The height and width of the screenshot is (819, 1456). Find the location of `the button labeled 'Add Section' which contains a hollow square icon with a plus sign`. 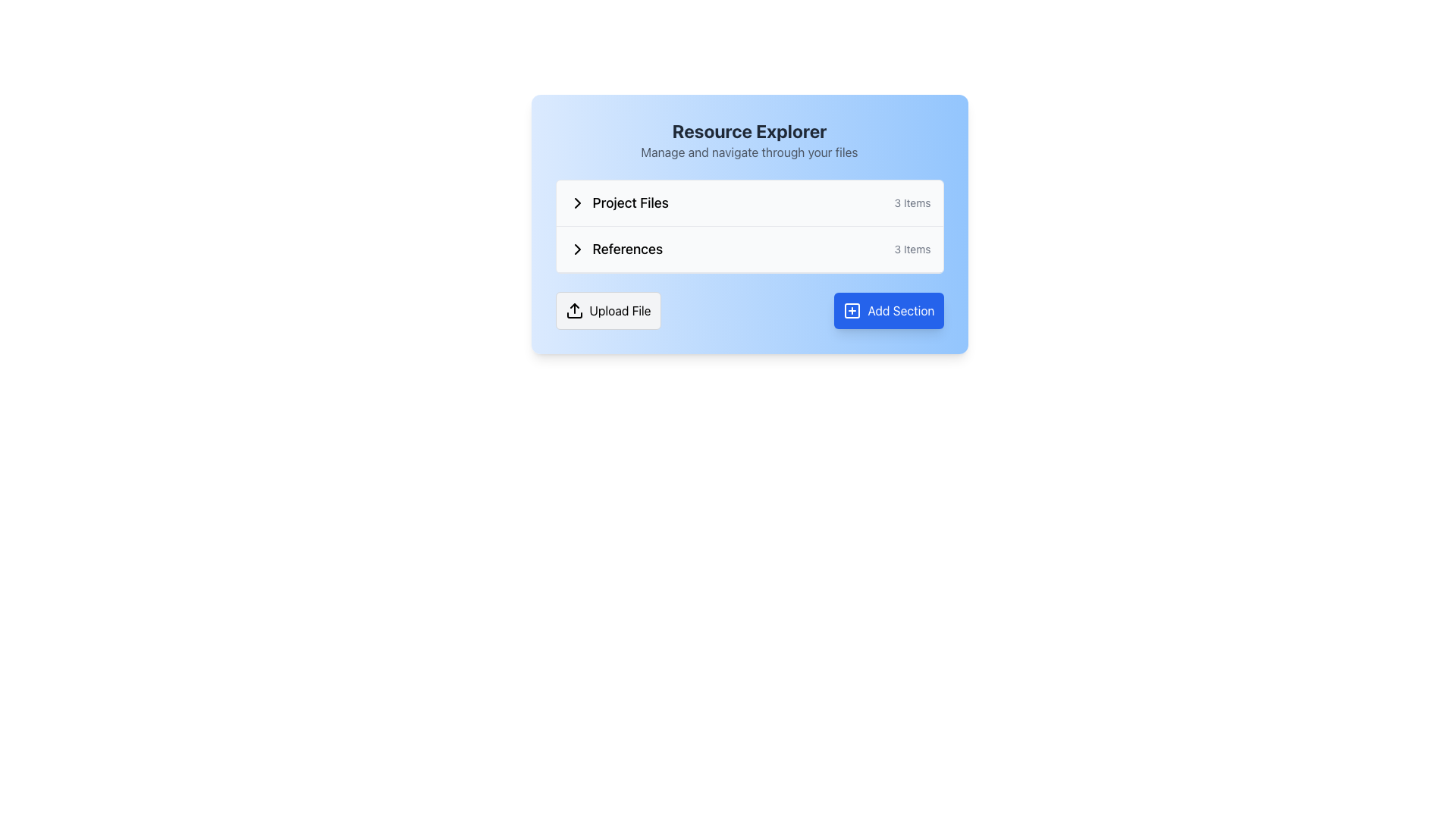

the button labeled 'Add Section' which contains a hollow square icon with a plus sign is located at coordinates (852, 309).